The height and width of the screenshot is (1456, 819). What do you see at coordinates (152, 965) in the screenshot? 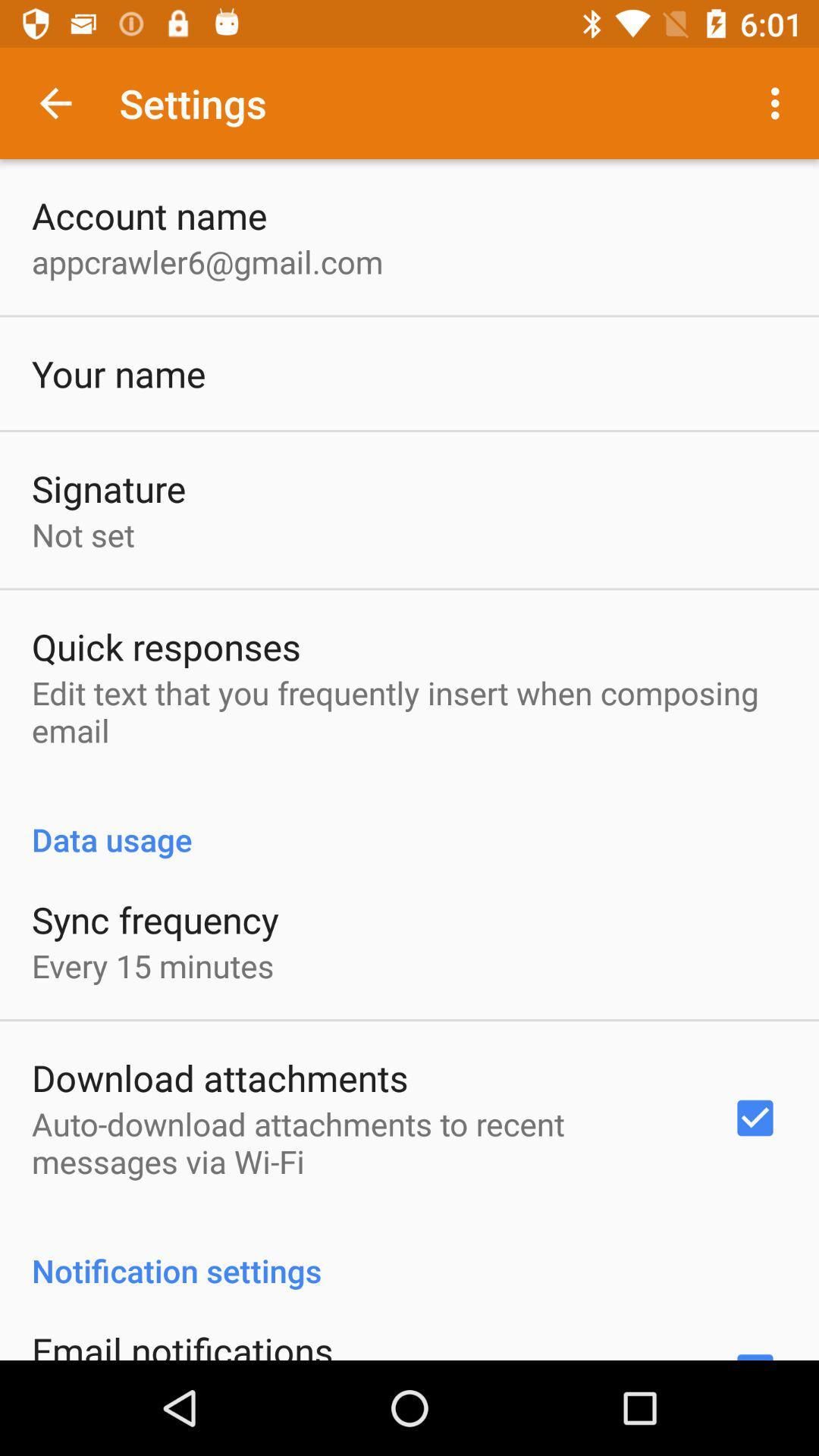
I see `the every 15 minutes` at bounding box center [152, 965].